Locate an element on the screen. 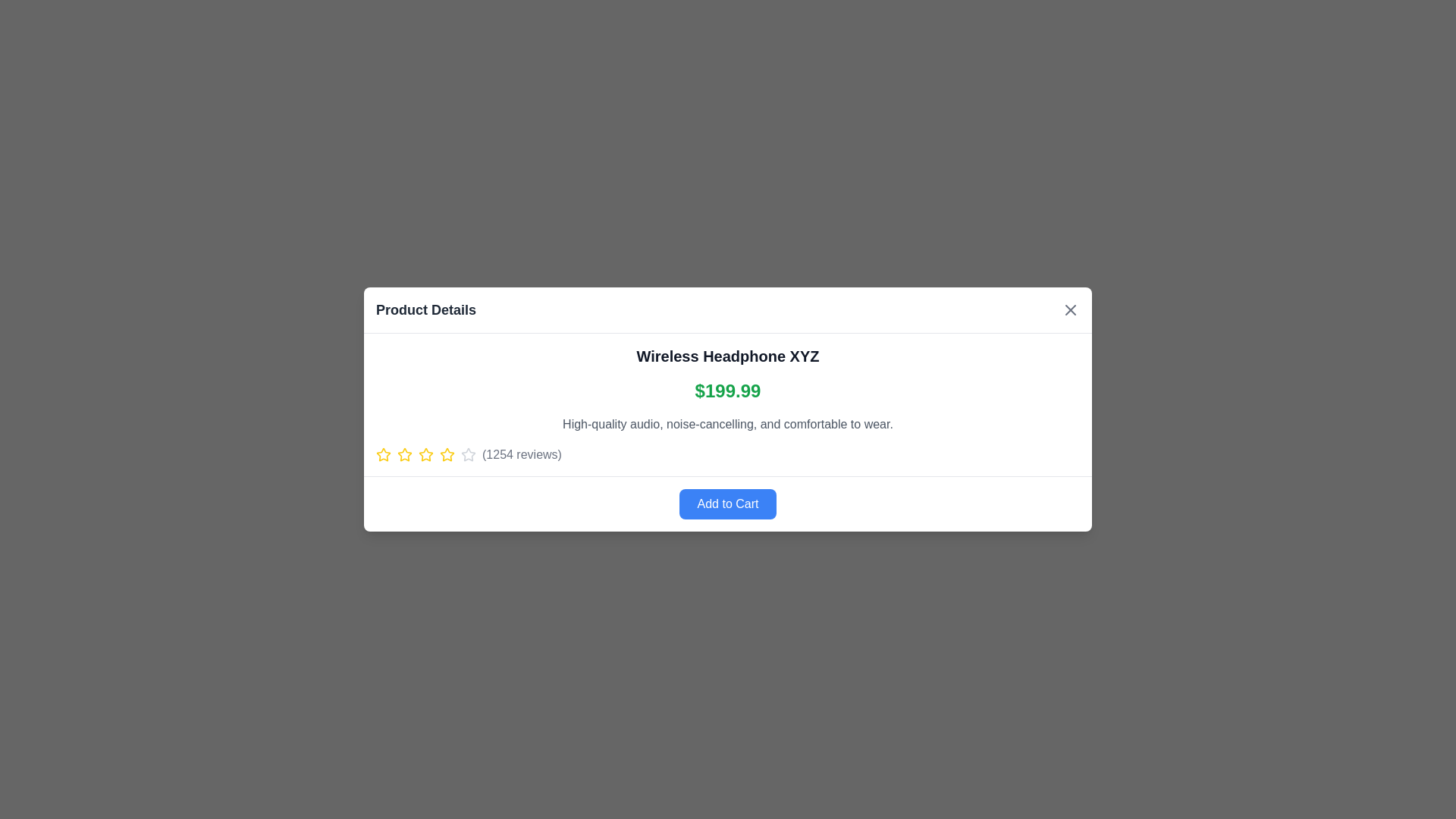 The height and width of the screenshot is (819, 1456). the 'Add to Cart' button located at the lower central region of the product card is located at coordinates (728, 503).